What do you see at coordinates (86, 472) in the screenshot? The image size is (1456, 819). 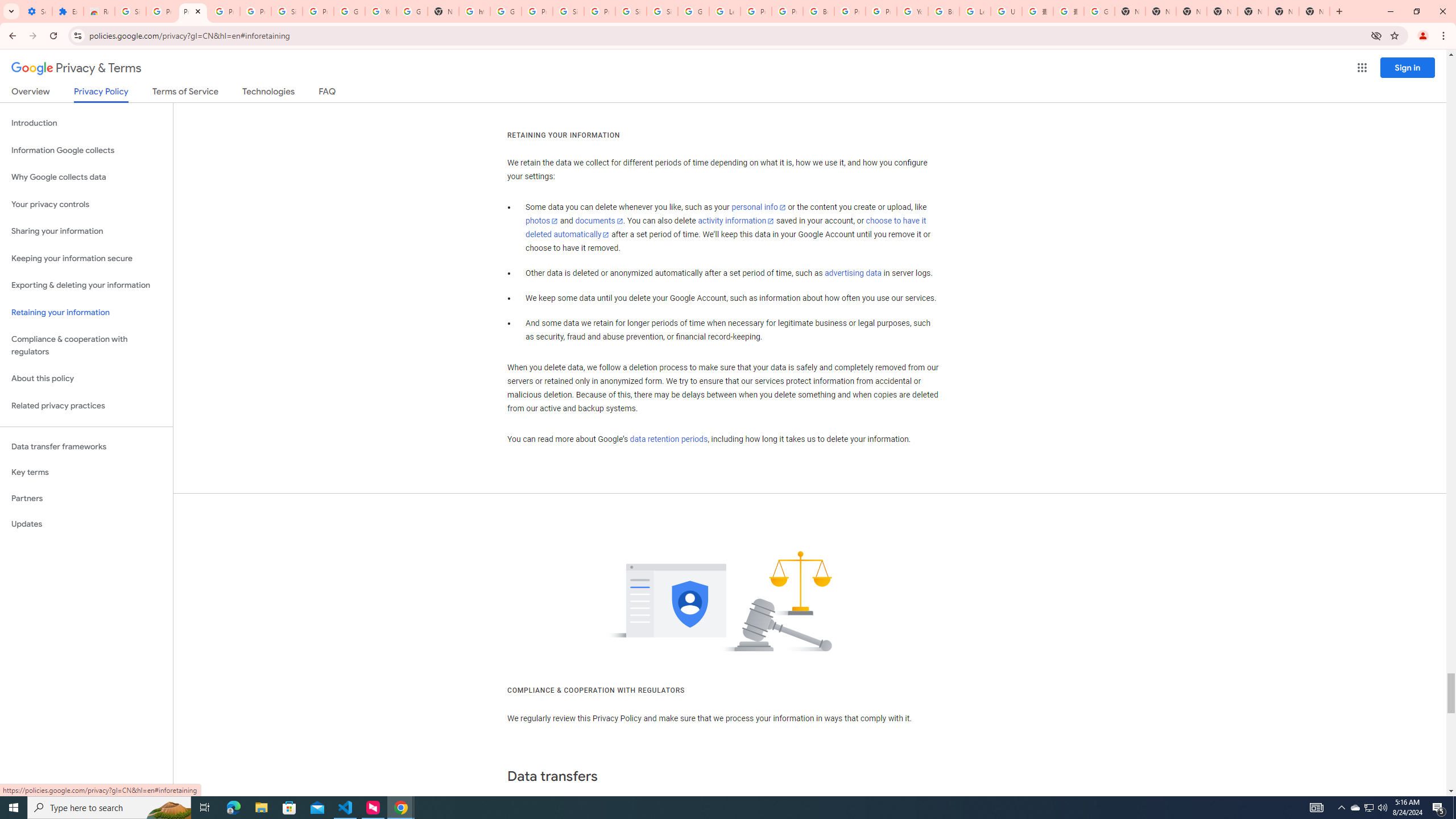 I see `'Key terms'` at bounding box center [86, 472].